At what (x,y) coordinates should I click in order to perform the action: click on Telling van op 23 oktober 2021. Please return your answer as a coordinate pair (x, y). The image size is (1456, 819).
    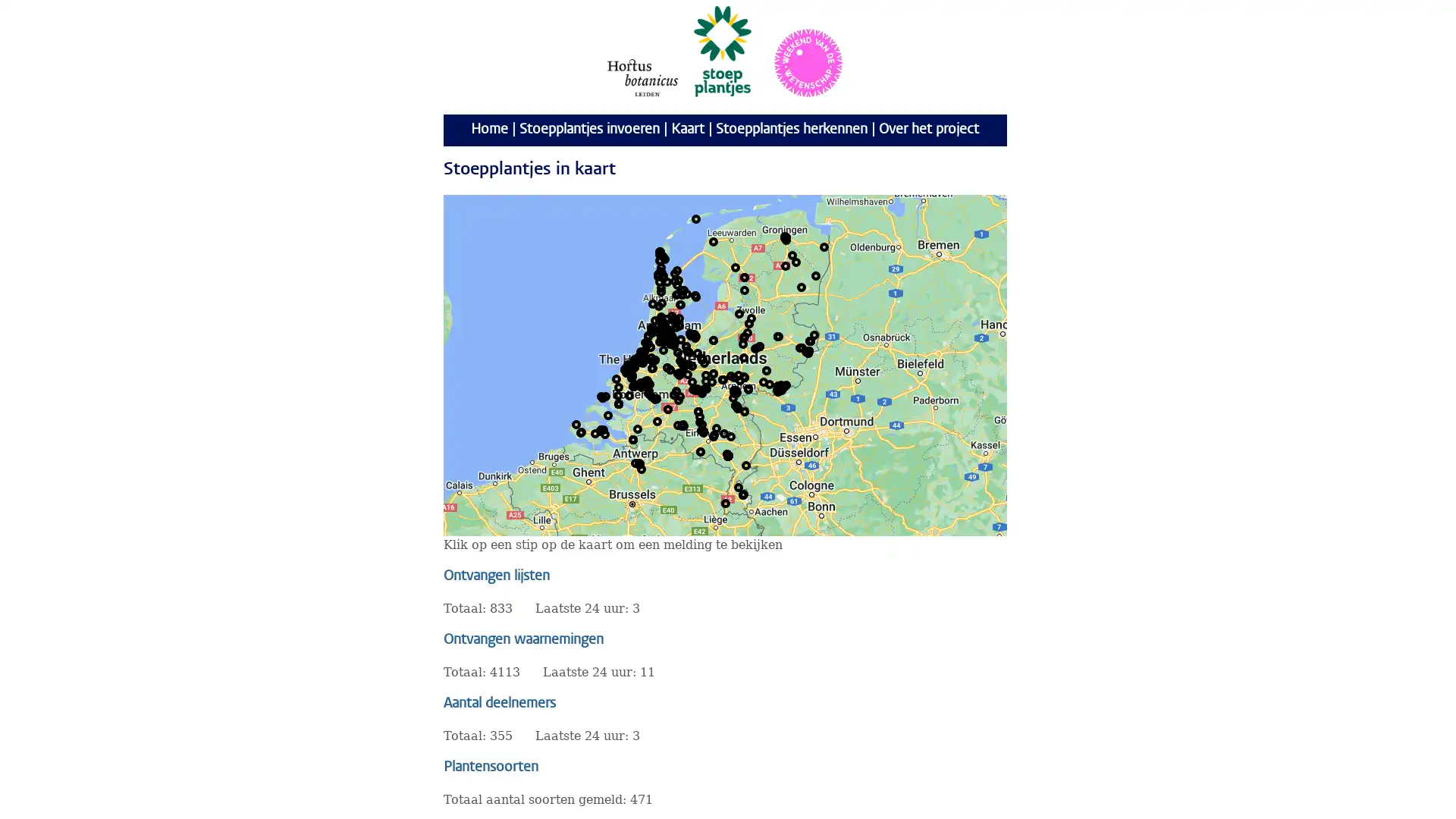
    Looking at the image, I should click on (673, 318).